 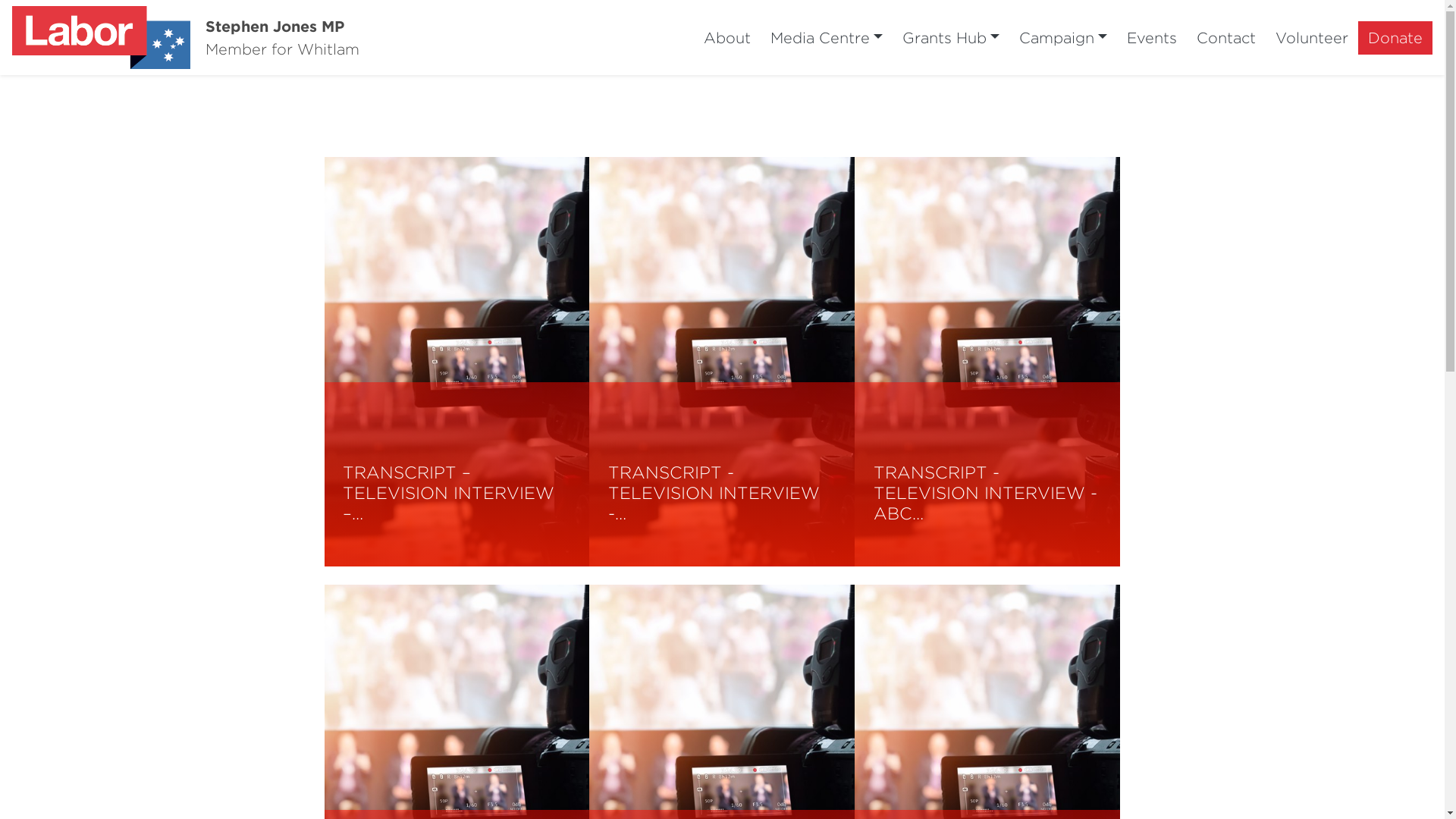 What do you see at coordinates (949, 37) in the screenshot?
I see `'Grants Hub'` at bounding box center [949, 37].